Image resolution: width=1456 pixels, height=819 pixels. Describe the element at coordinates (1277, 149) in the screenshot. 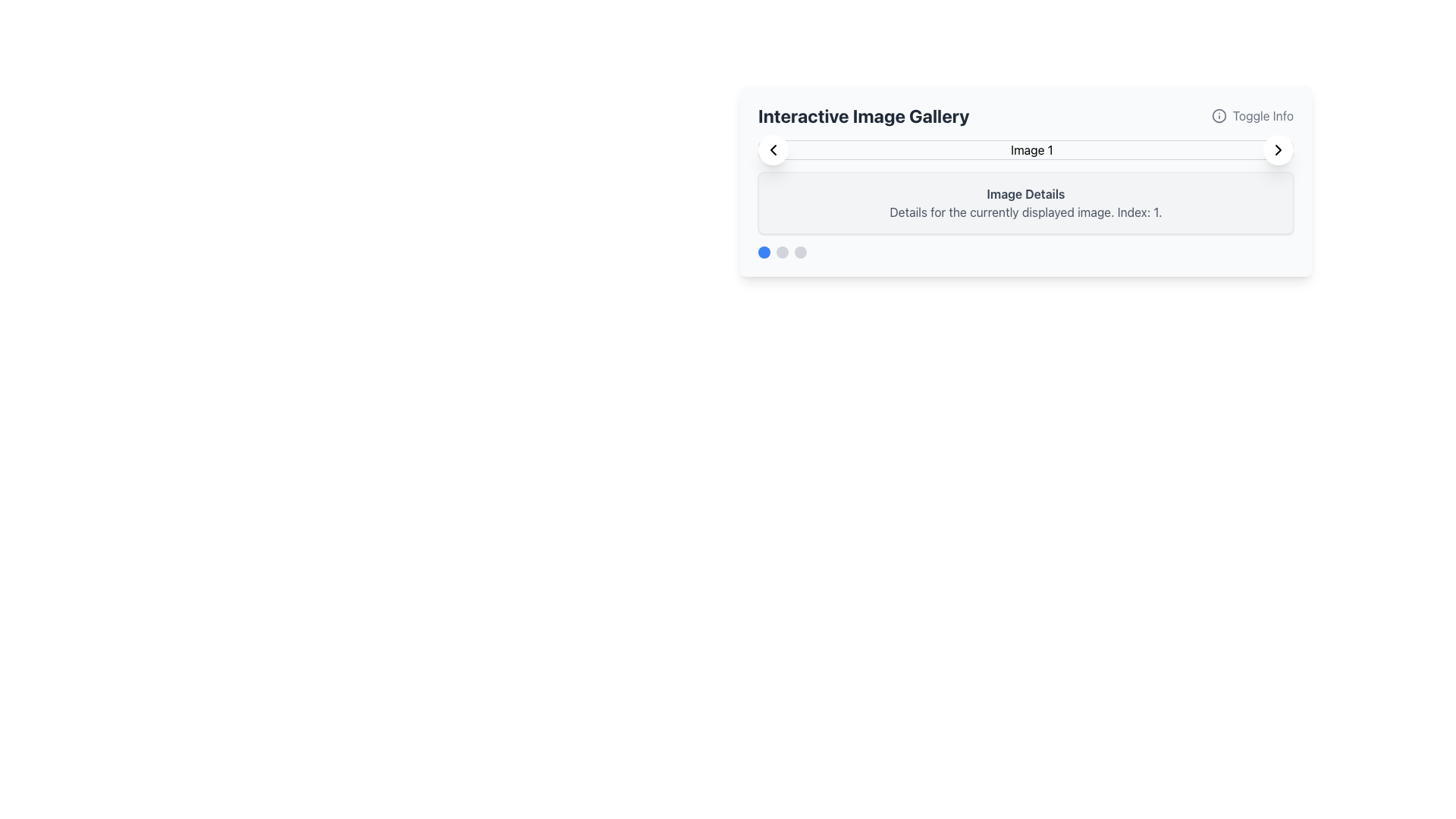

I see `the circular button with a white background and a rightward-pointing chevron icon` at that location.